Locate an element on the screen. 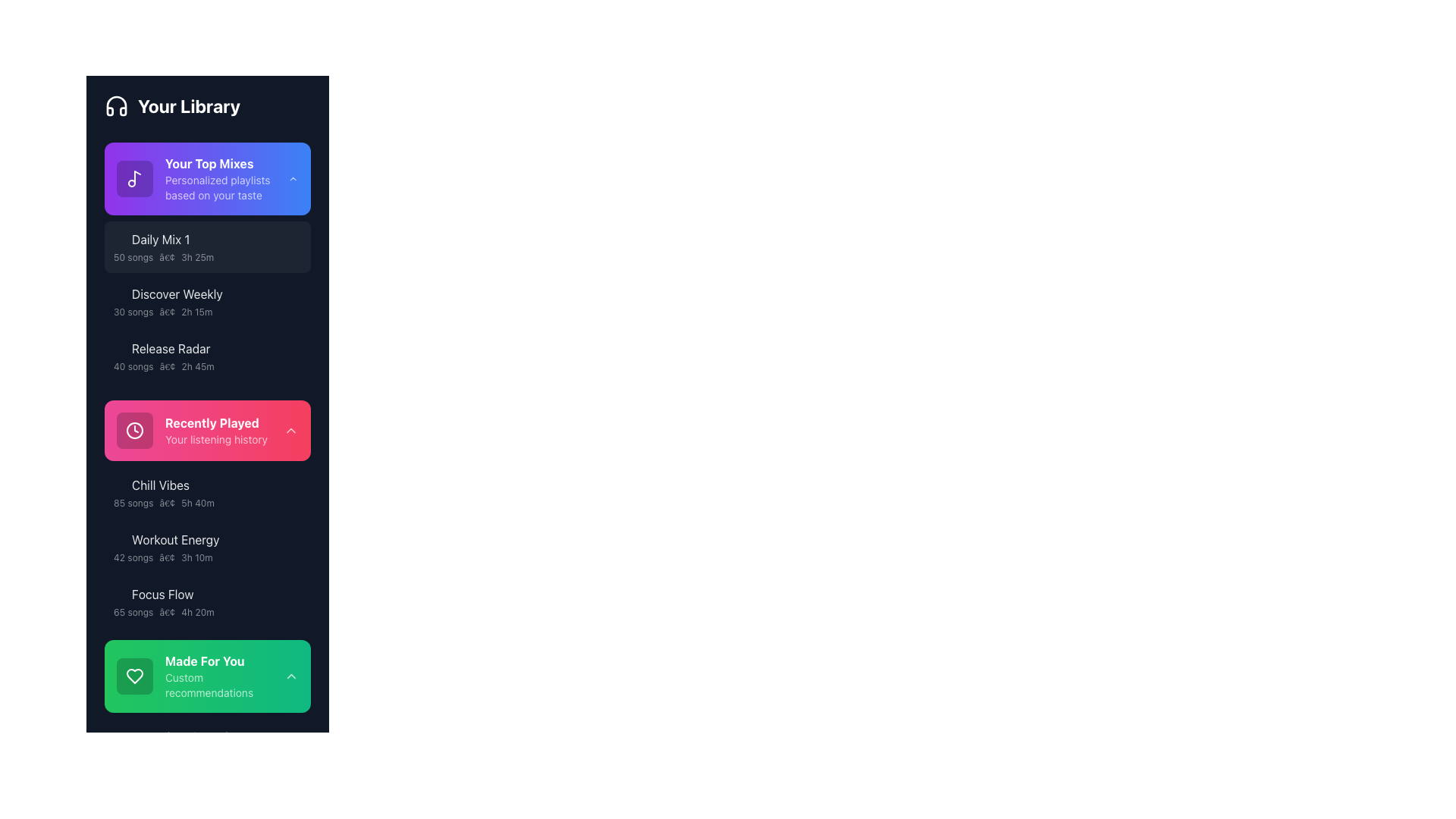  text label displaying the duration "4h 20m" located at the bottom-center of the playlist details for "Focus Flow." is located at coordinates (196, 611).